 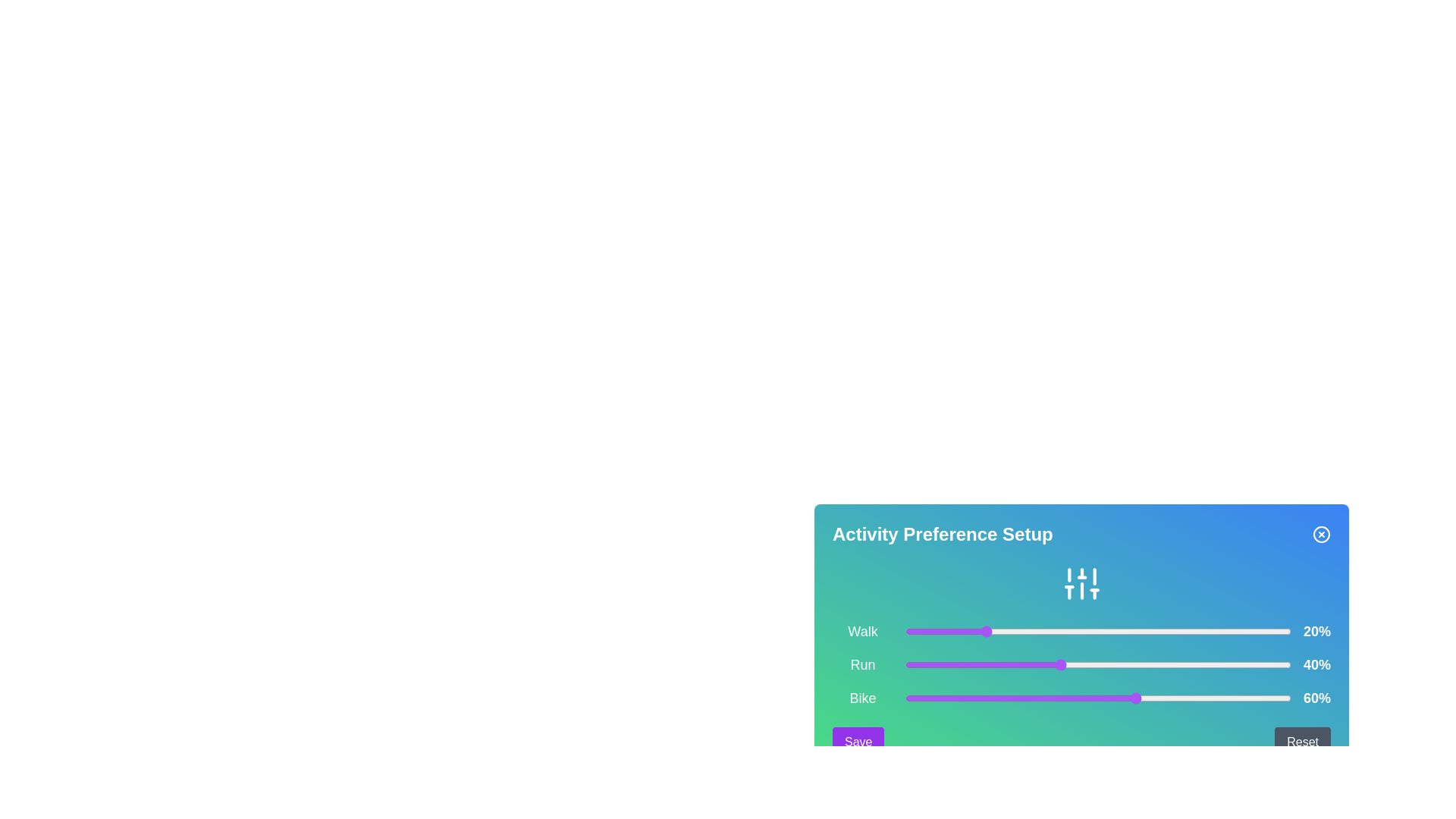 What do you see at coordinates (1205, 632) in the screenshot?
I see `the slider for 0 to 78%` at bounding box center [1205, 632].